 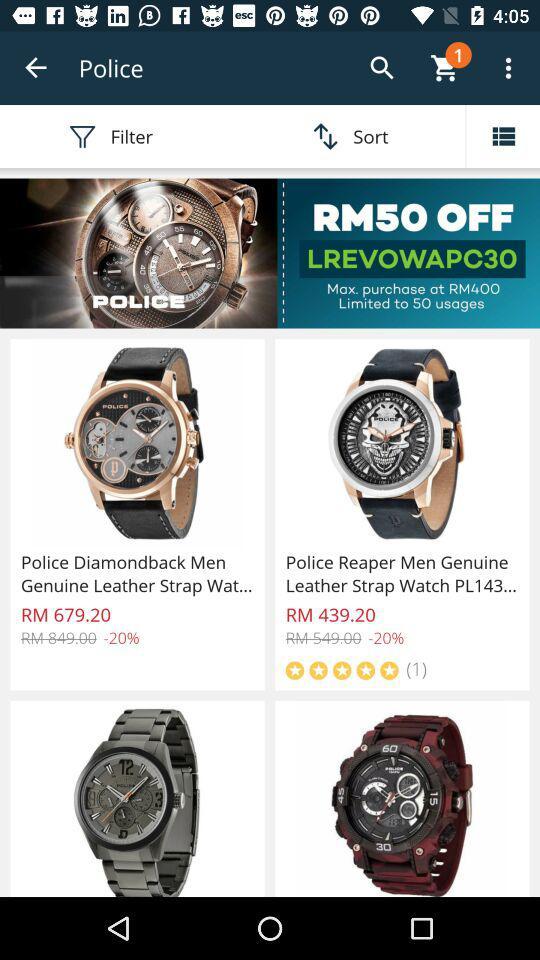 I want to click on see more details about this, so click(x=270, y=252).